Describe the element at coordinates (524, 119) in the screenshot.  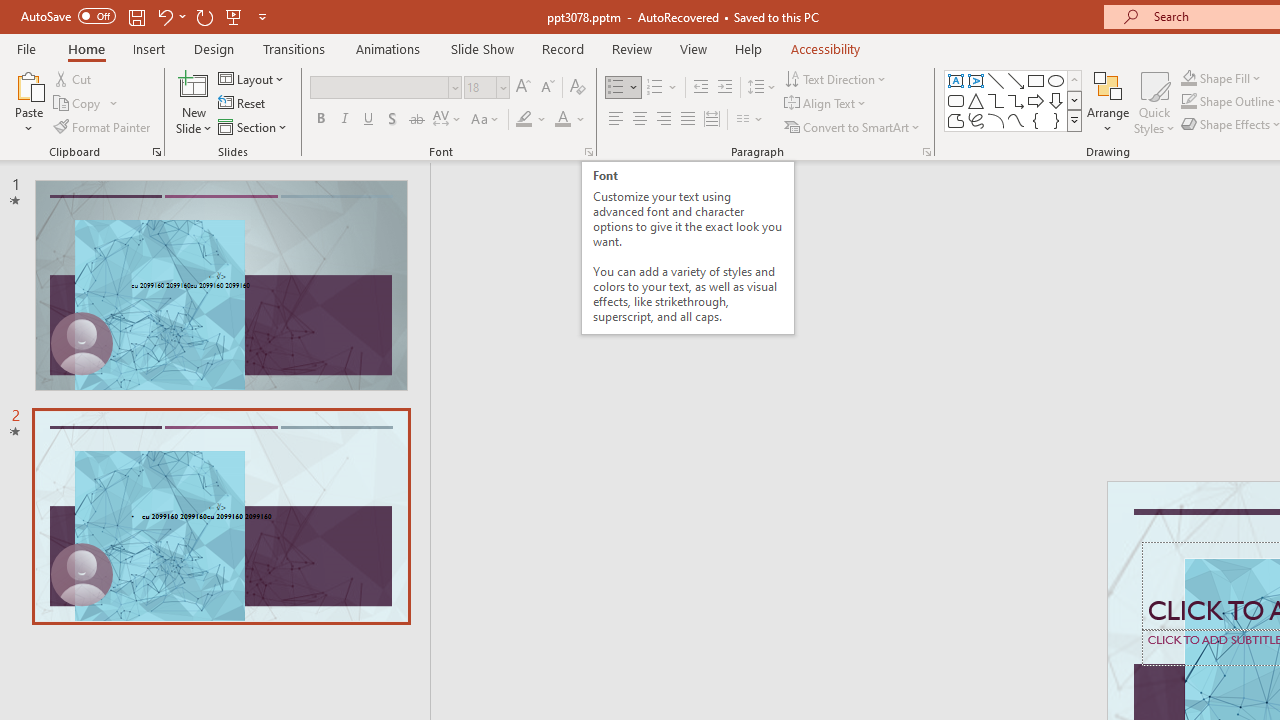
I see `'Text Highlight Color Yellow'` at that location.